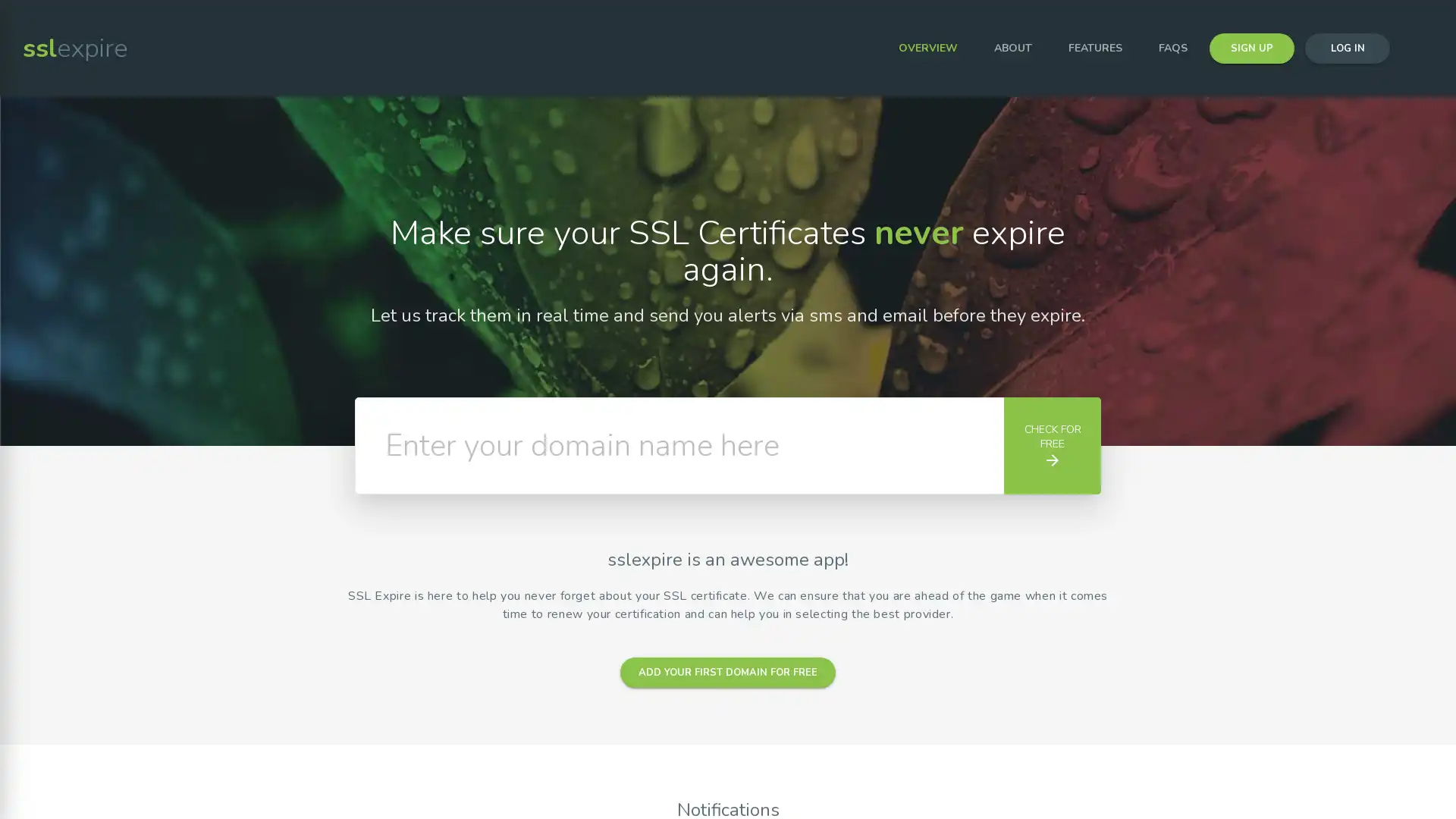 The image size is (1456, 819). What do you see at coordinates (1051, 444) in the screenshot?
I see `CHECK FOR FREE arrow_forward` at bounding box center [1051, 444].